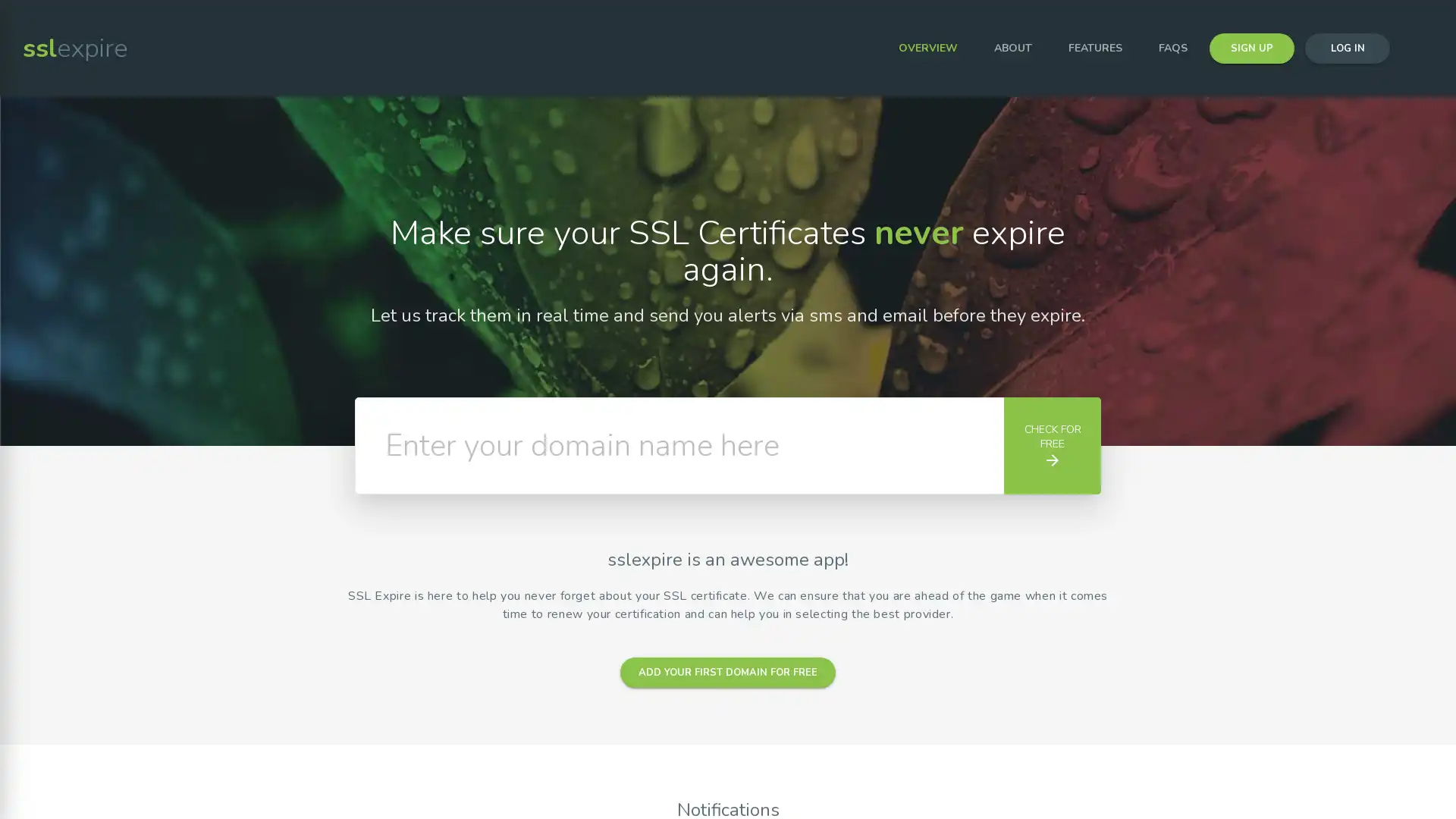 The image size is (1456, 819). What do you see at coordinates (1051, 444) in the screenshot?
I see `CHECK FOR FREE arrow_forward` at bounding box center [1051, 444].